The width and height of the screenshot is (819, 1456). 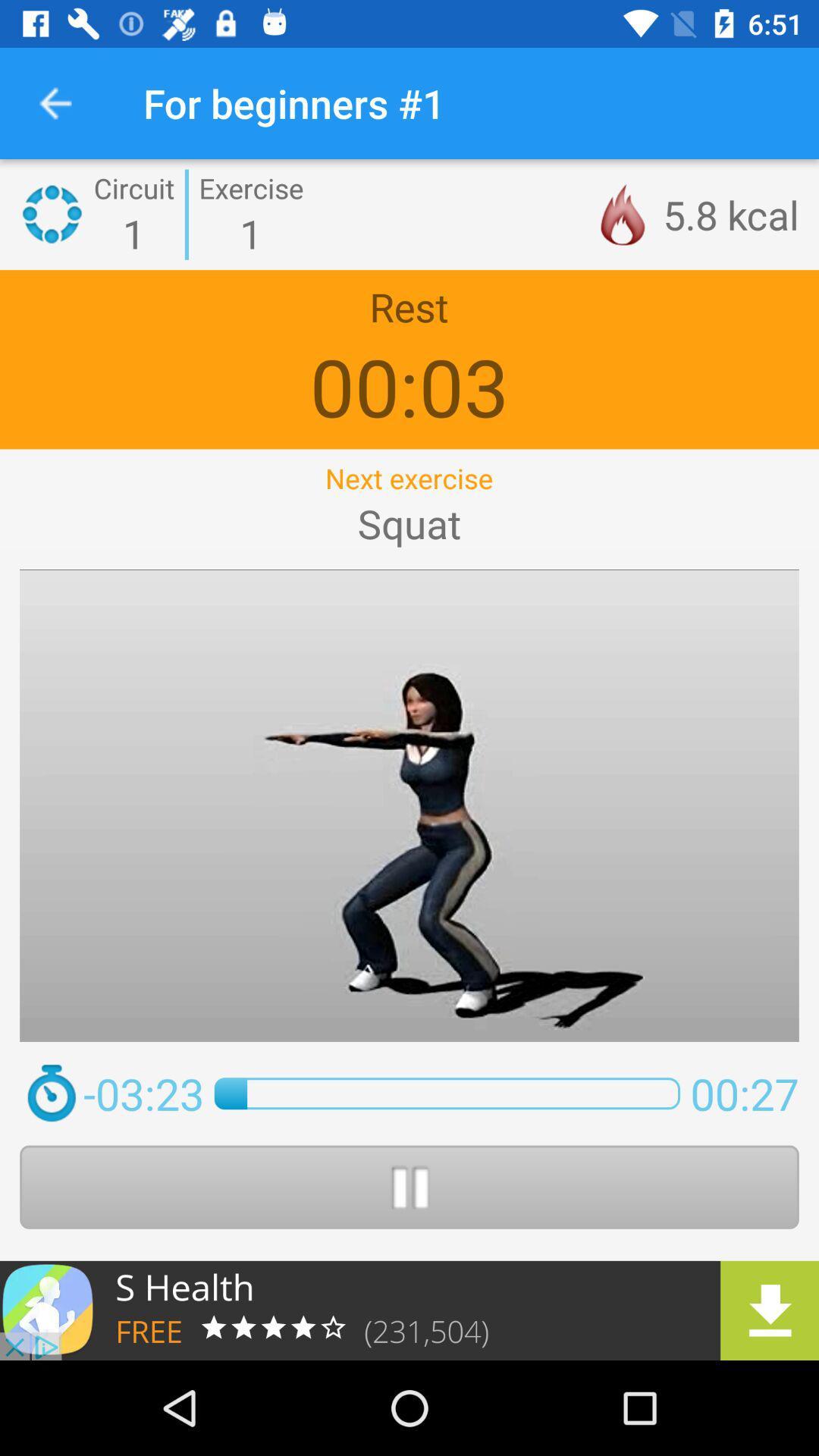 I want to click on pause button, so click(x=409, y=1186).